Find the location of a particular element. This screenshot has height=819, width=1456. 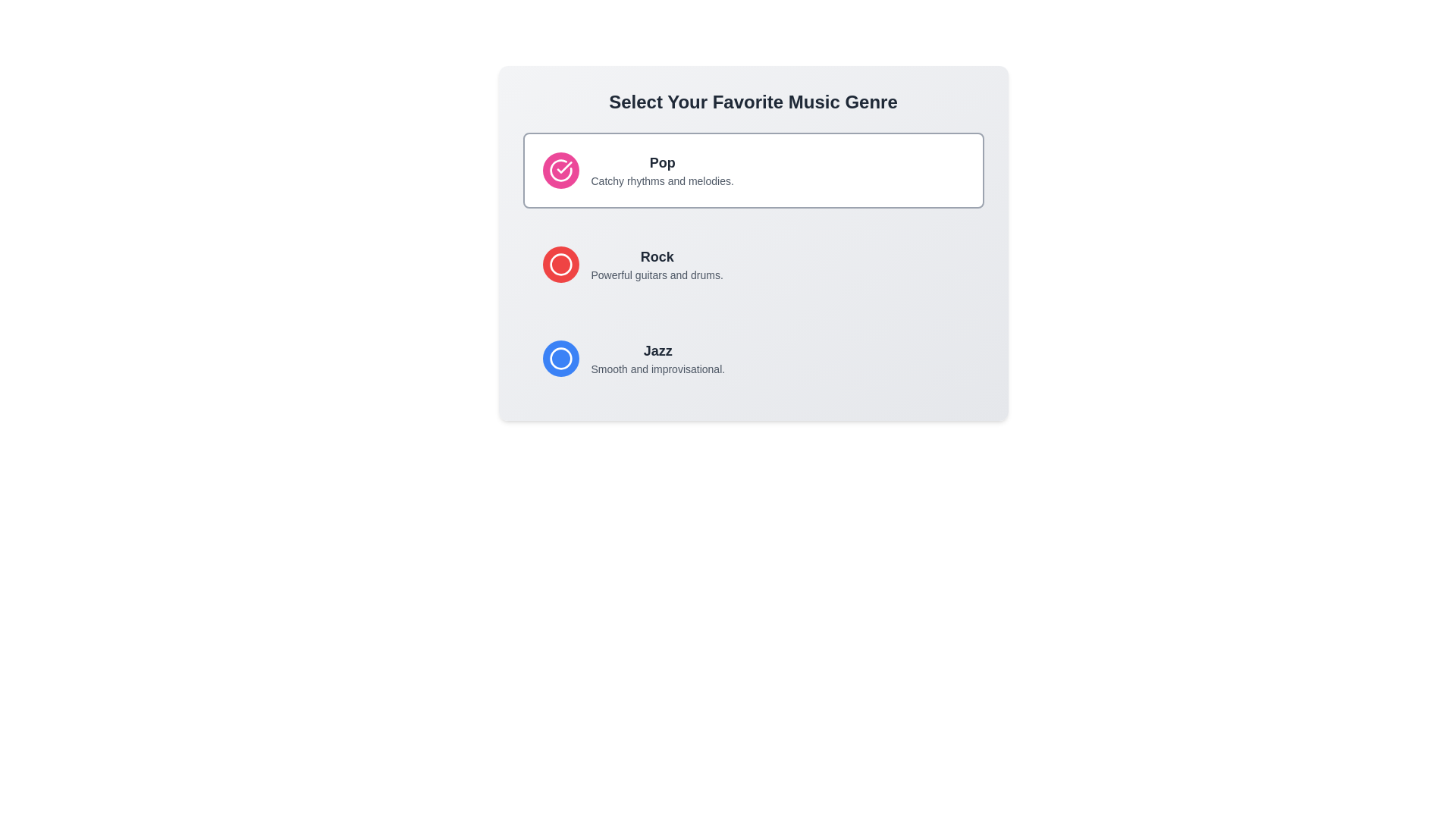

the composite text element displaying 'Rock' and its subtitle 'Powerful guitars and drums' is located at coordinates (657, 263).